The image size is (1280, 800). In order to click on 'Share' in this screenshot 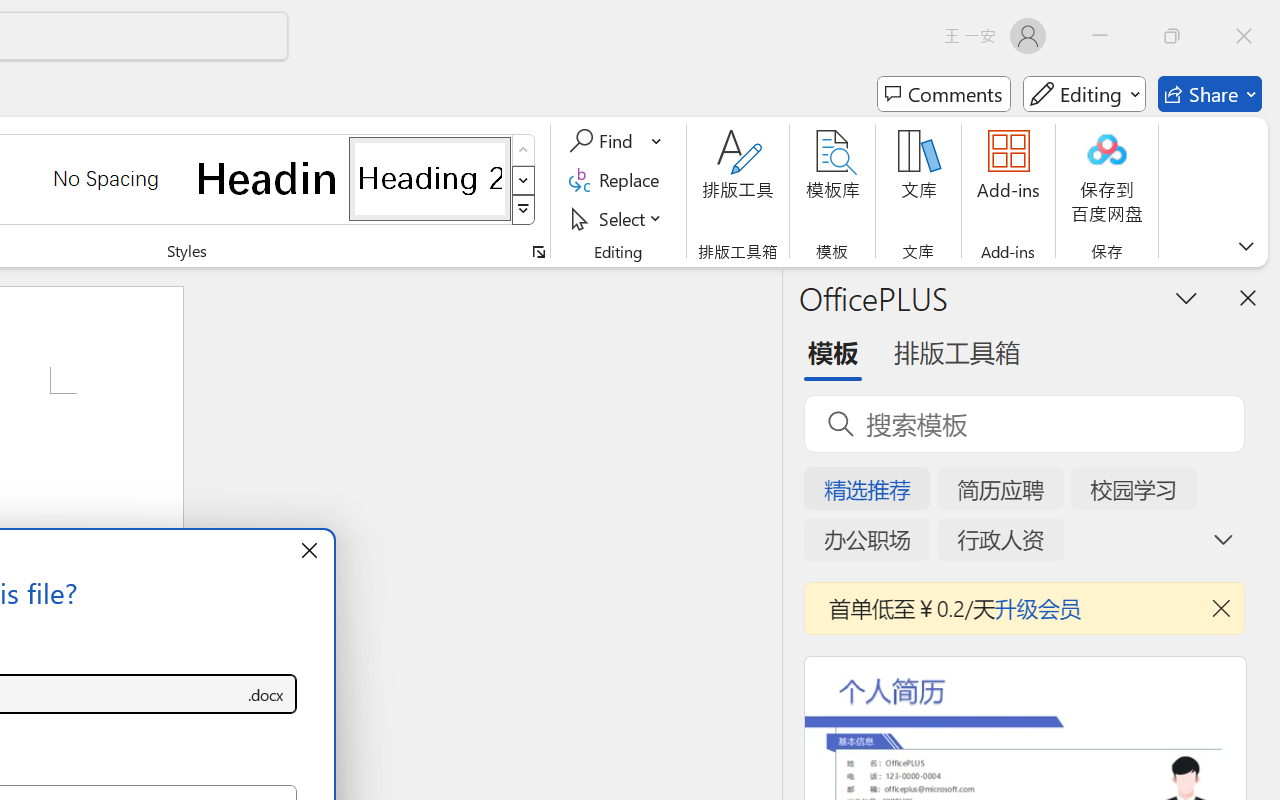, I will do `click(1209, 94)`.